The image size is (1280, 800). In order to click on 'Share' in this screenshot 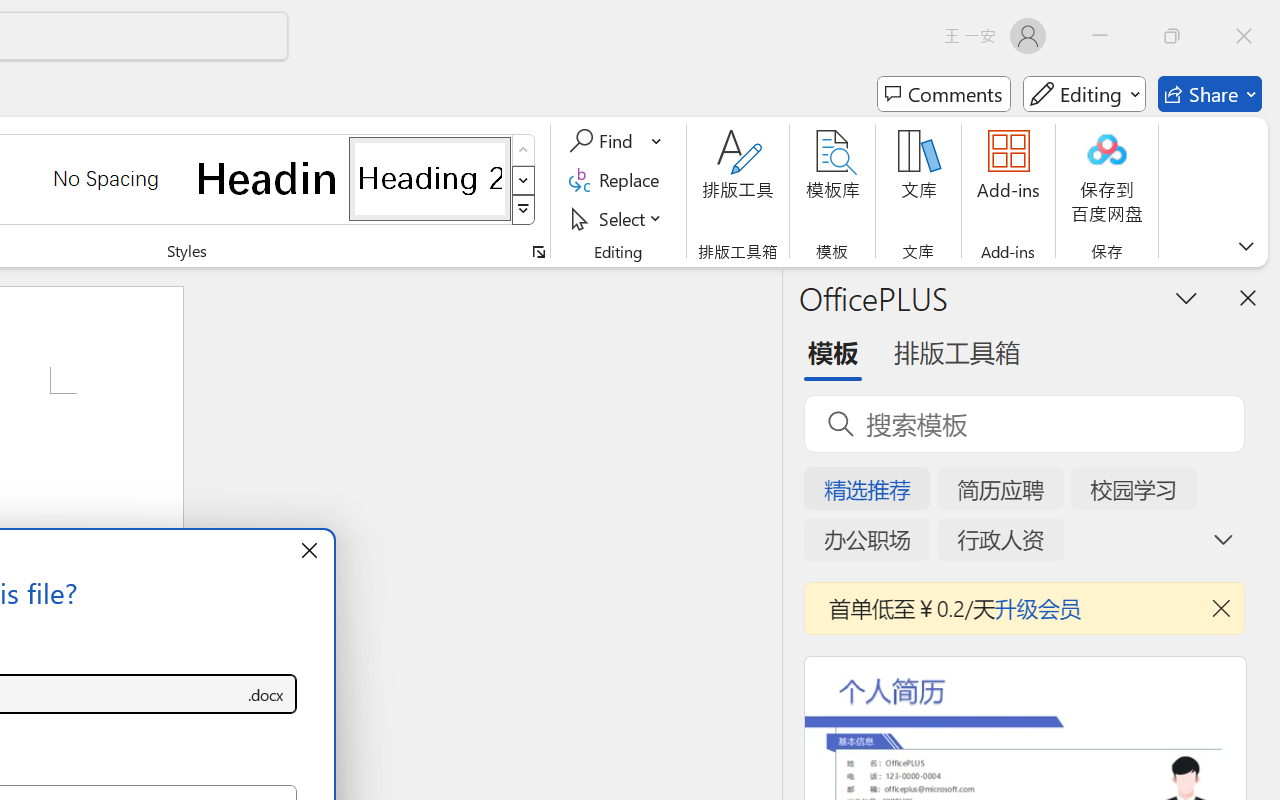, I will do `click(1209, 94)`.